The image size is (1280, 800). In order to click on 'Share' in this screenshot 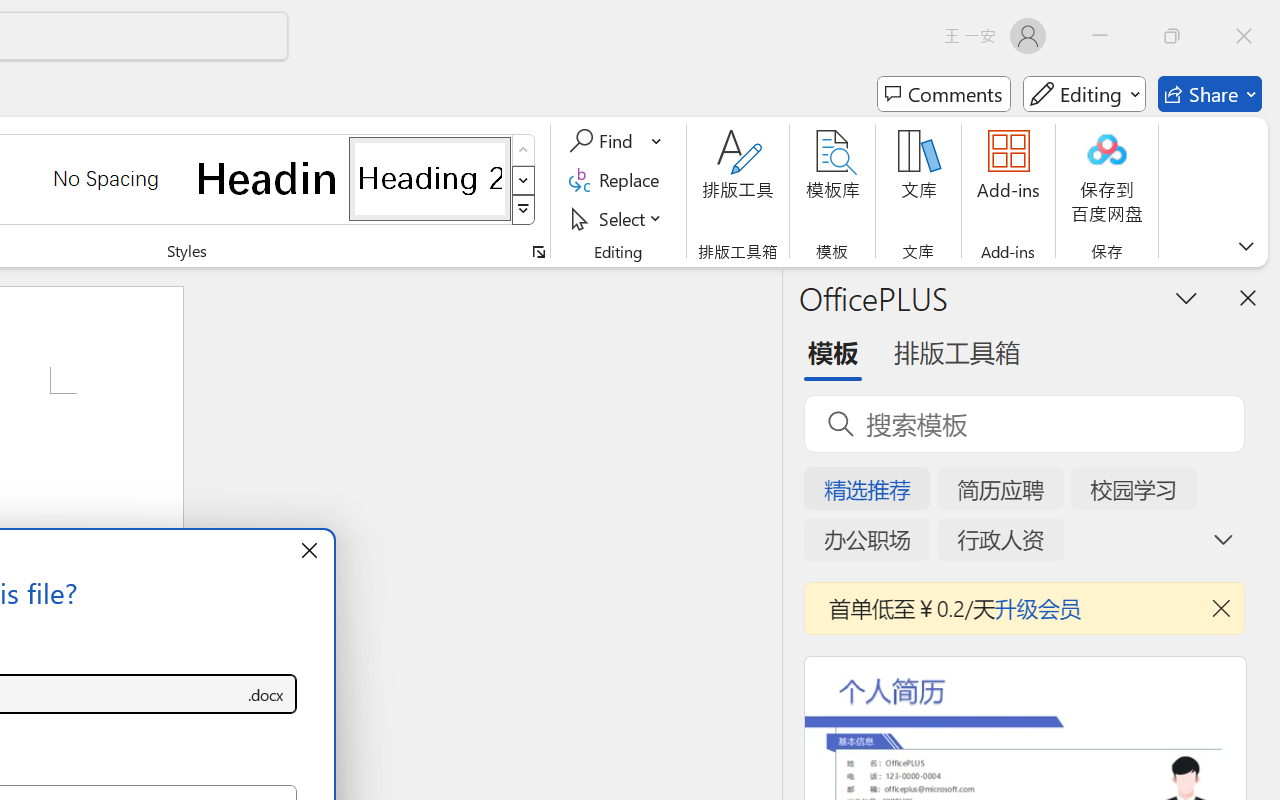, I will do `click(1209, 94)`.